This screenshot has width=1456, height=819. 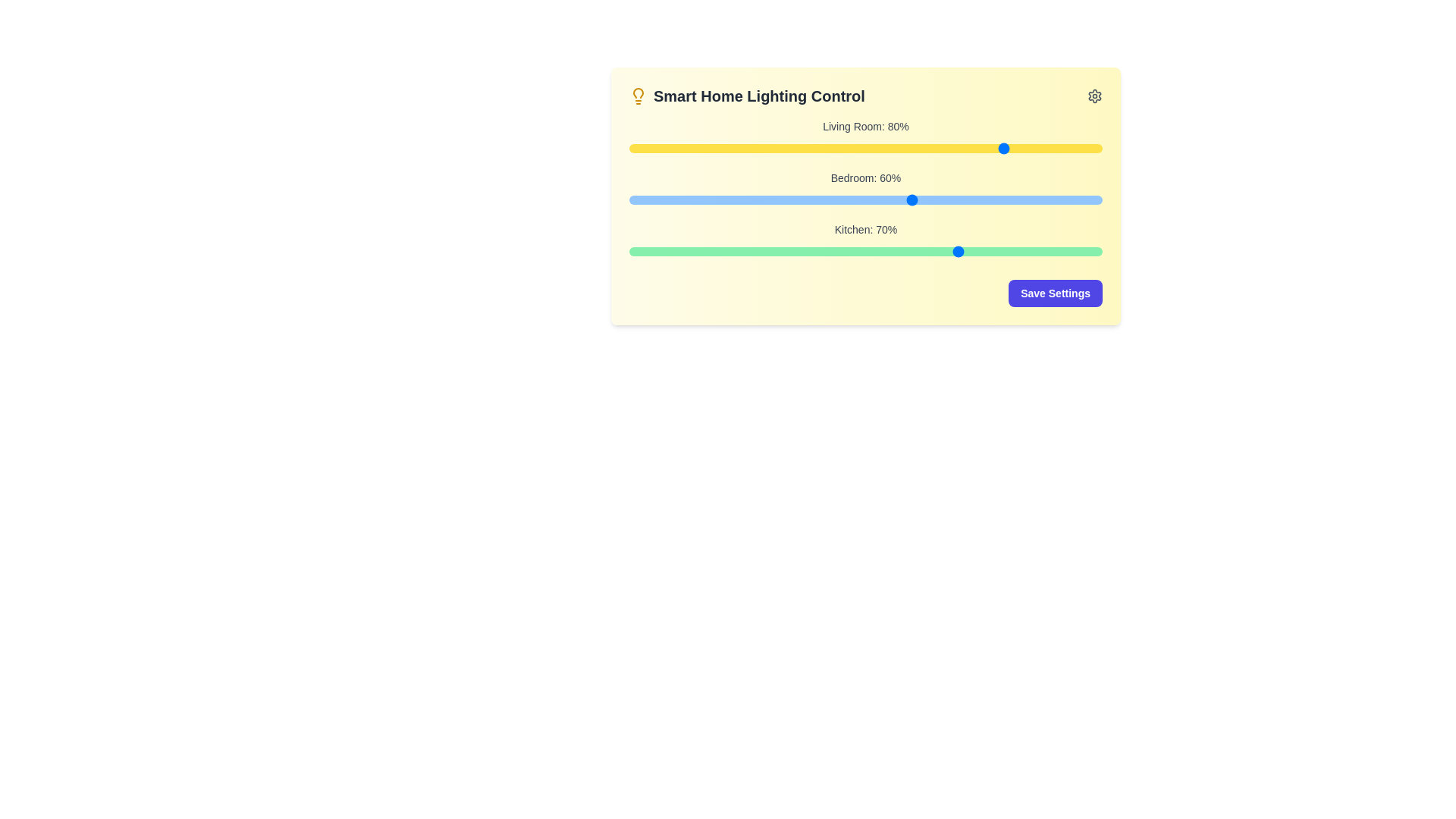 What do you see at coordinates (946, 250) in the screenshot?
I see `the Kitchen light intensity` at bounding box center [946, 250].